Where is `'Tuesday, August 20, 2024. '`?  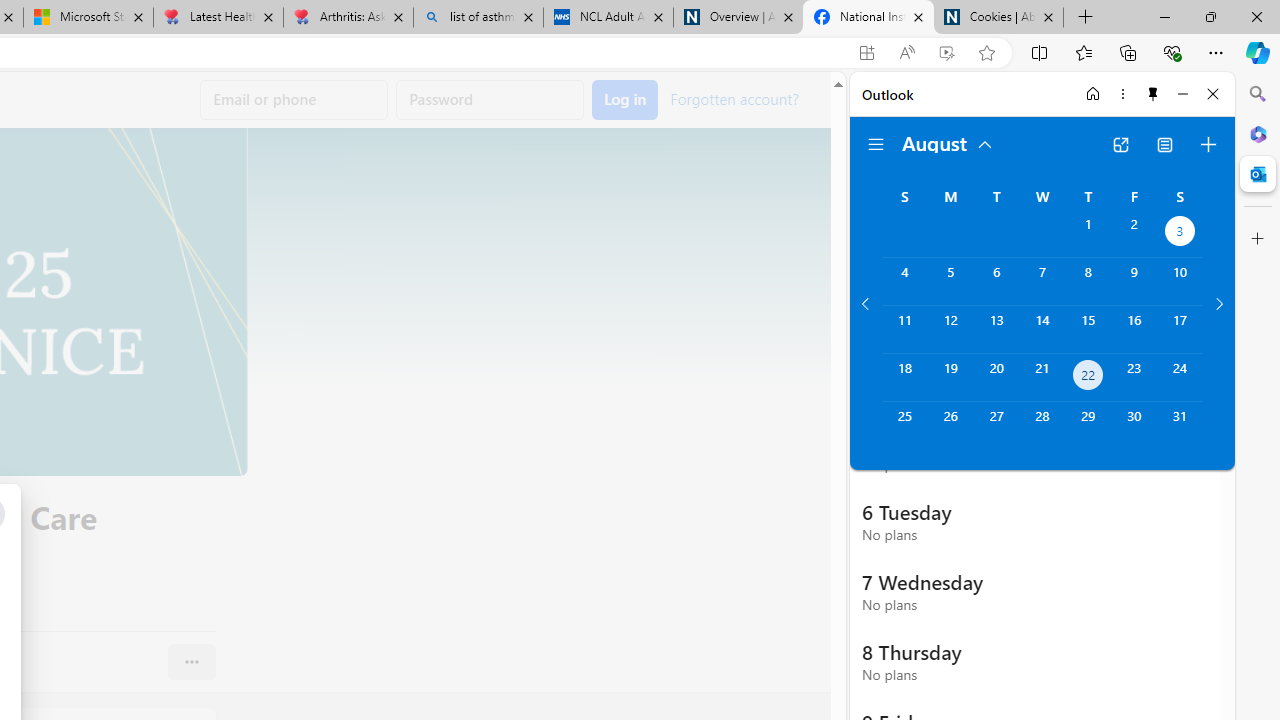 'Tuesday, August 20, 2024. ' is located at coordinates (996, 377).